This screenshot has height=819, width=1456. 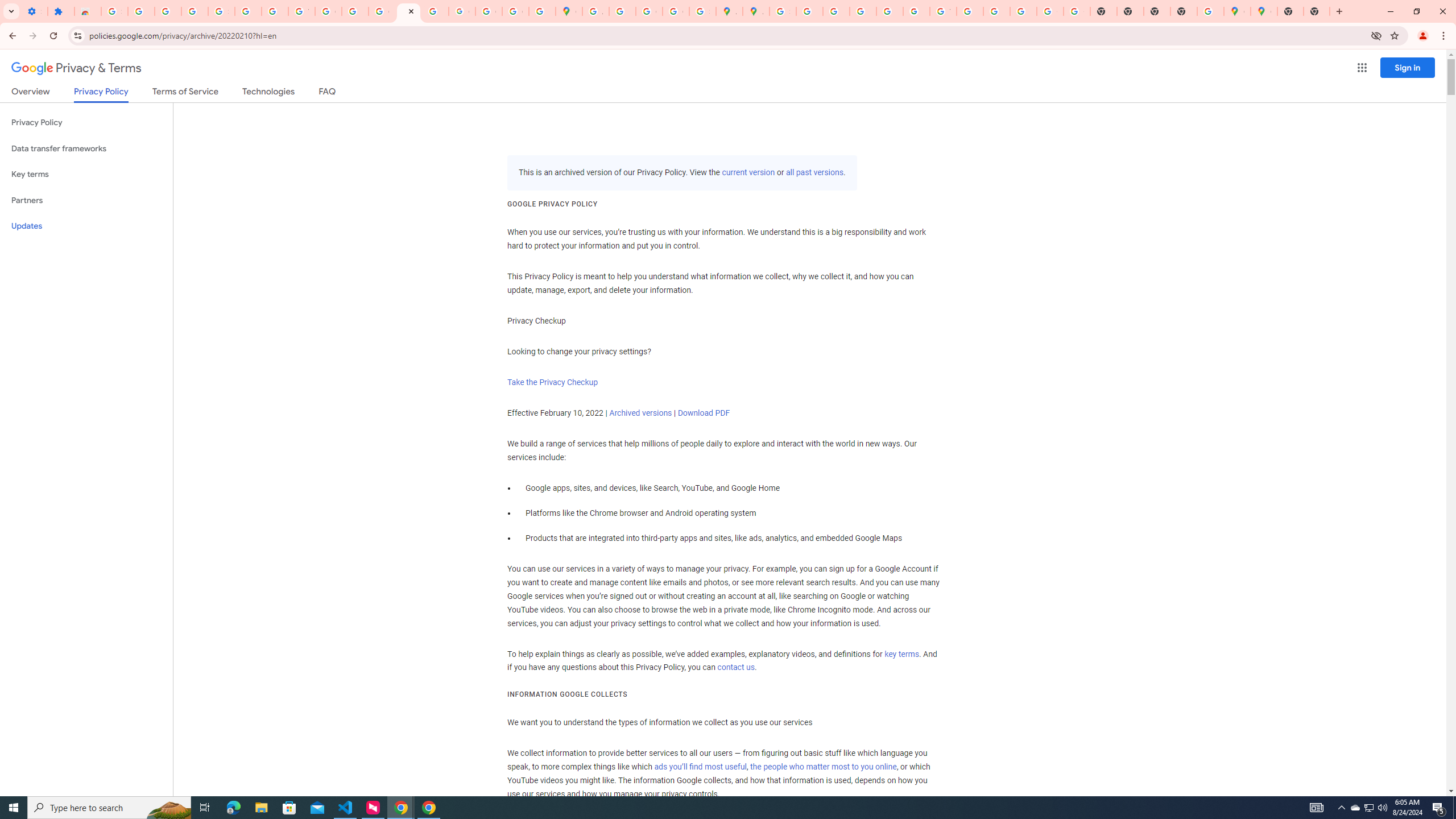 What do you see at coordinates (141, 11) in the screenshot?
I see `'Delete photos & videos - Computer - Google Photos Help'` at bounding box center [141, 11].